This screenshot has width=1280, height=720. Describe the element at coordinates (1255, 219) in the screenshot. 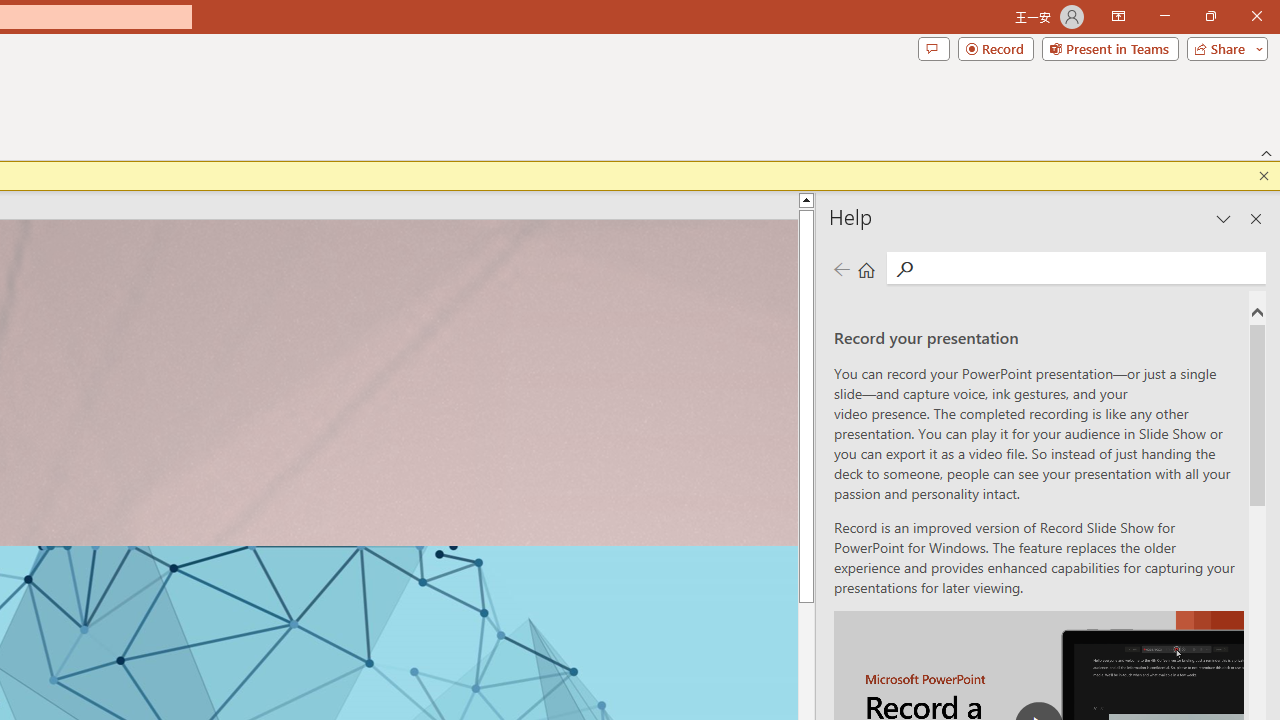

I see `'Close pane'` at that location.